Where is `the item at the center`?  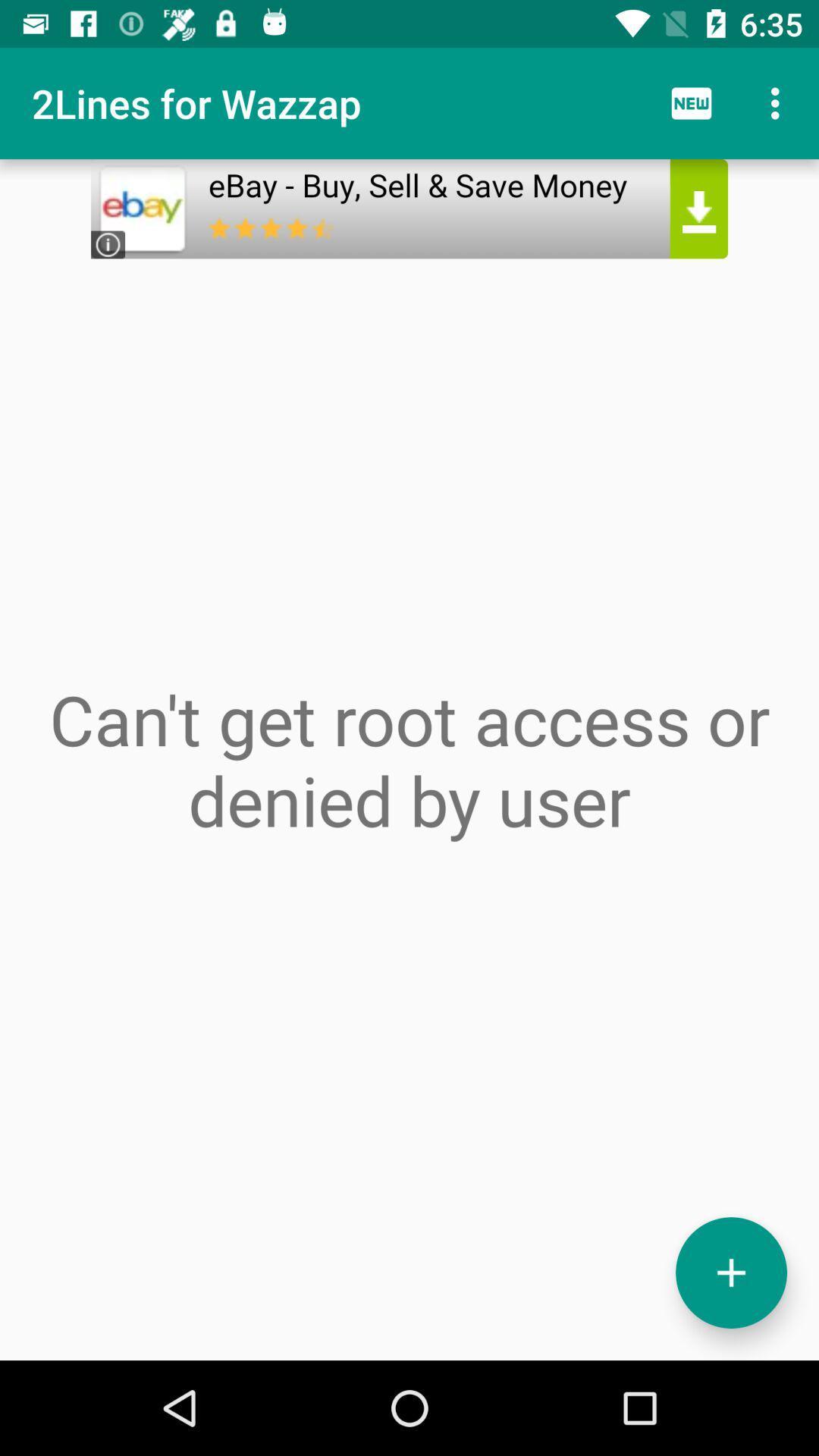
the item at the center is located at coordinates (409, 759).